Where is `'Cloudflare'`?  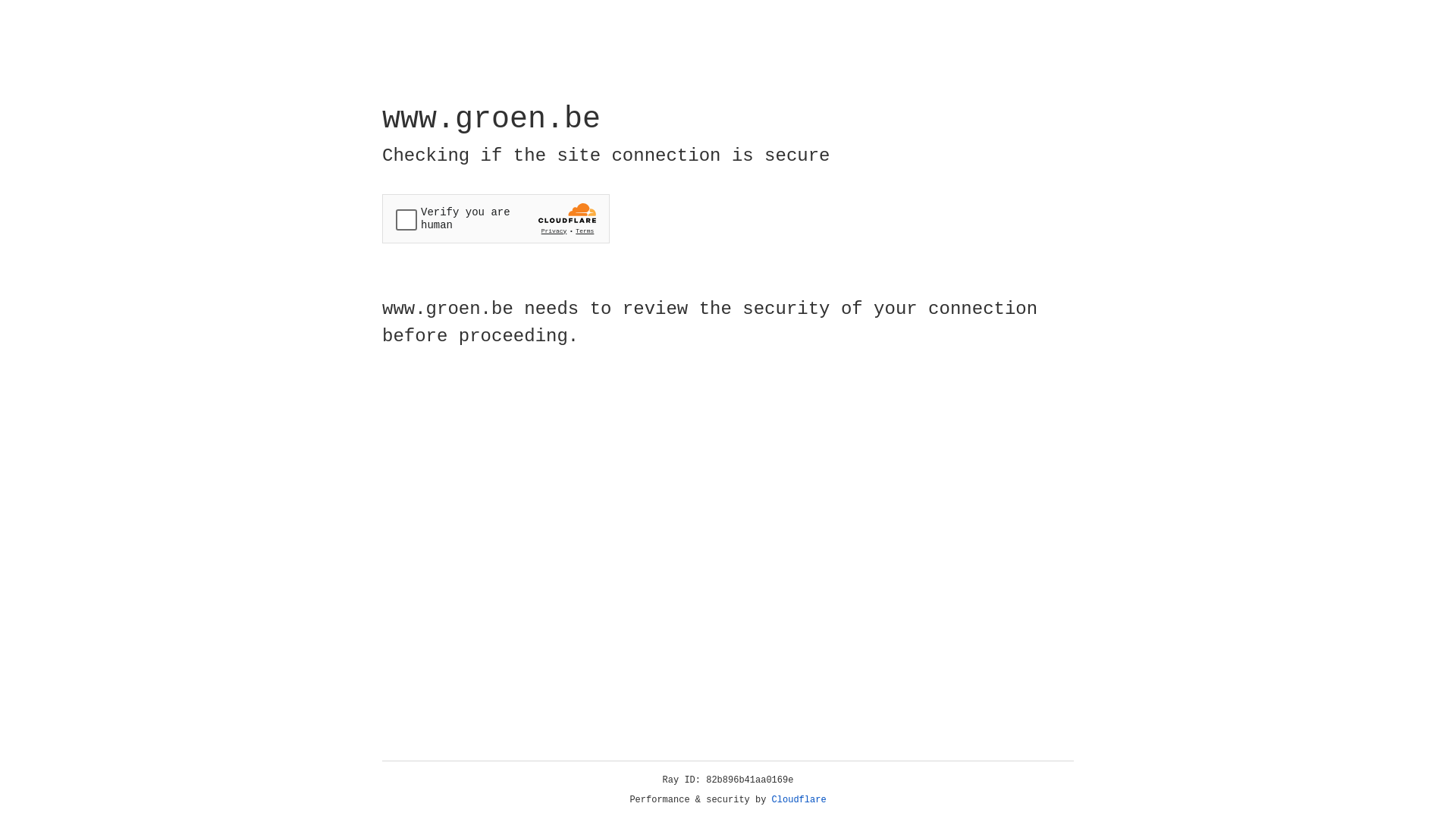
'Cloudflare' is located at coordinates (799, 799).